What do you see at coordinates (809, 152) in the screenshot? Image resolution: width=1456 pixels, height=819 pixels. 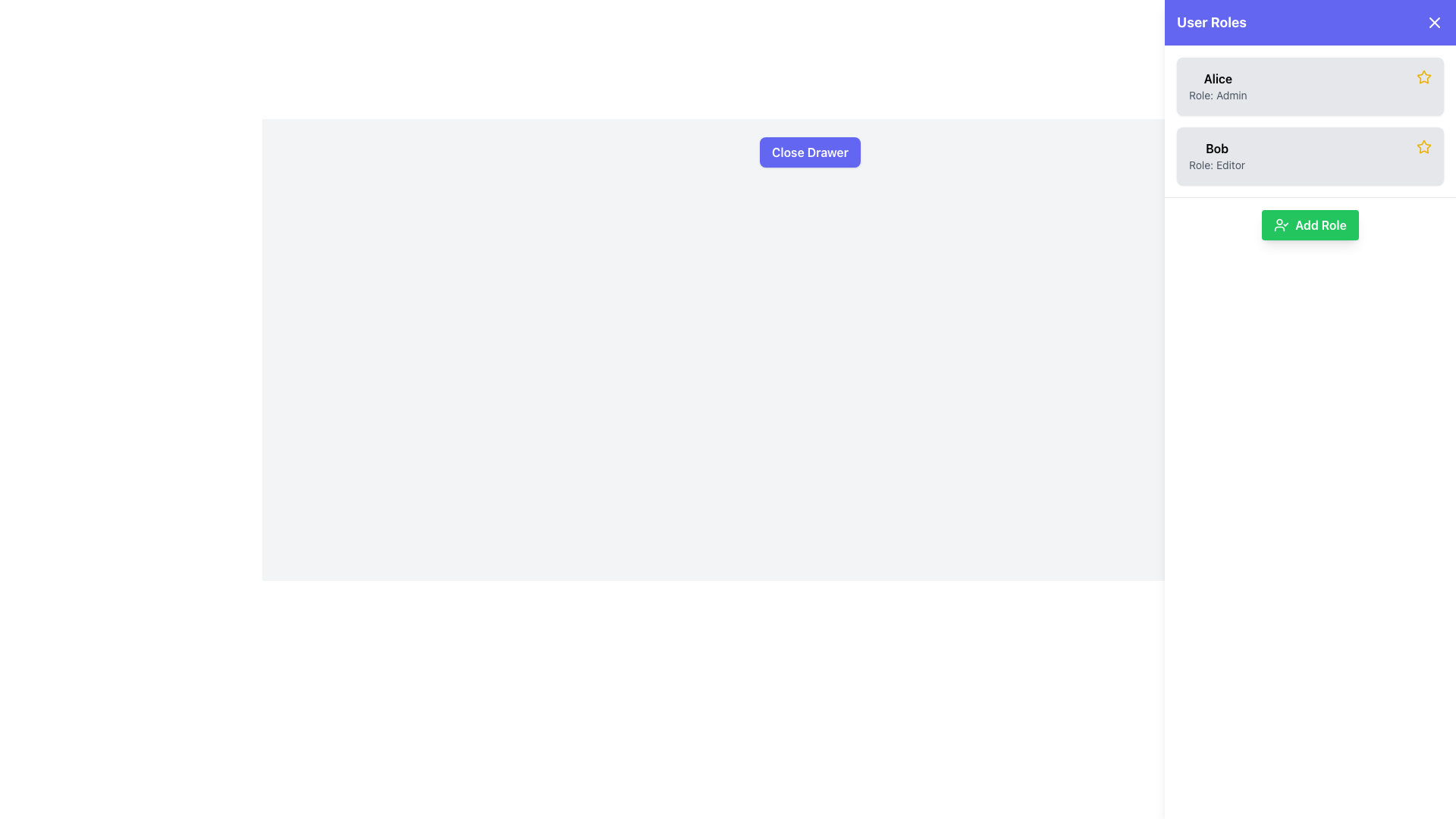 I see `the 'Close Drawer' button, which has a purple background and rounded corners` at bounding box center [809, 152].